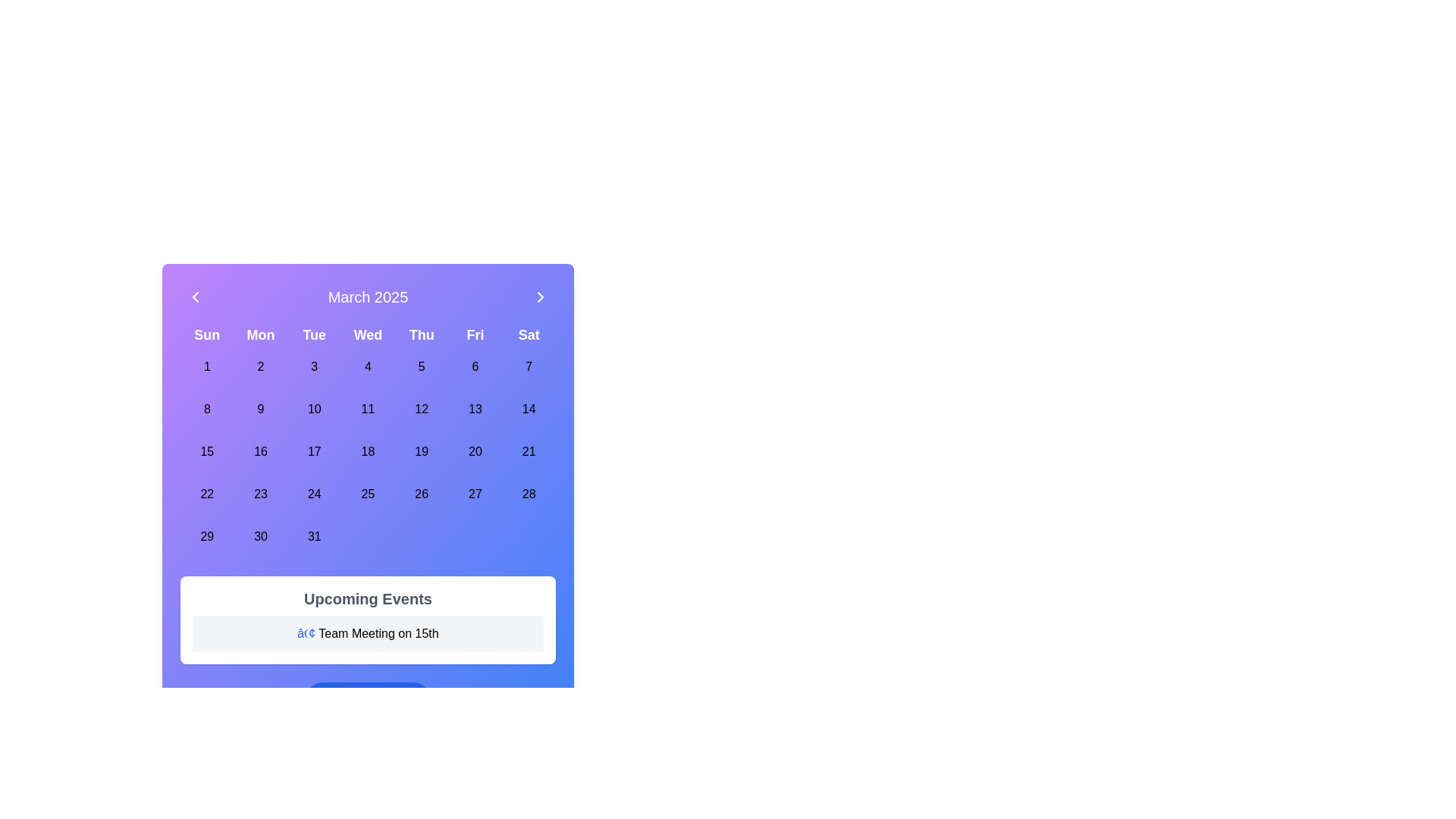  I want to click on the right-facing arrow icon located at the top right corner of the calendar interface, so click(541, 297).